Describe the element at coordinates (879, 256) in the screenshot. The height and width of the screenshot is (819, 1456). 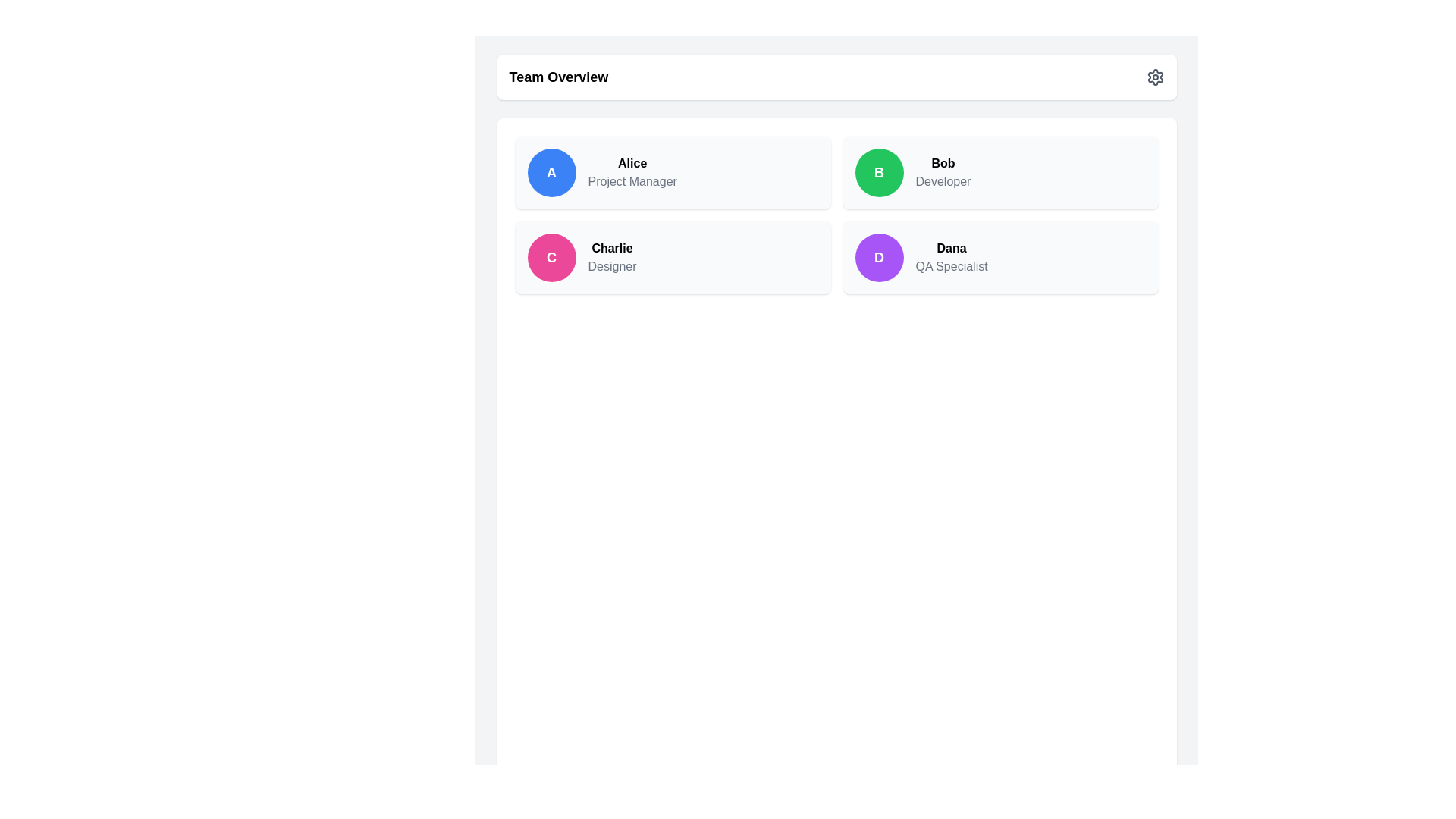
I see `the Avatar representing 'Dana' located in the bottom-right section of the layout, adjacent to the text 'Dana' and 'QA Specialist'` at that location.